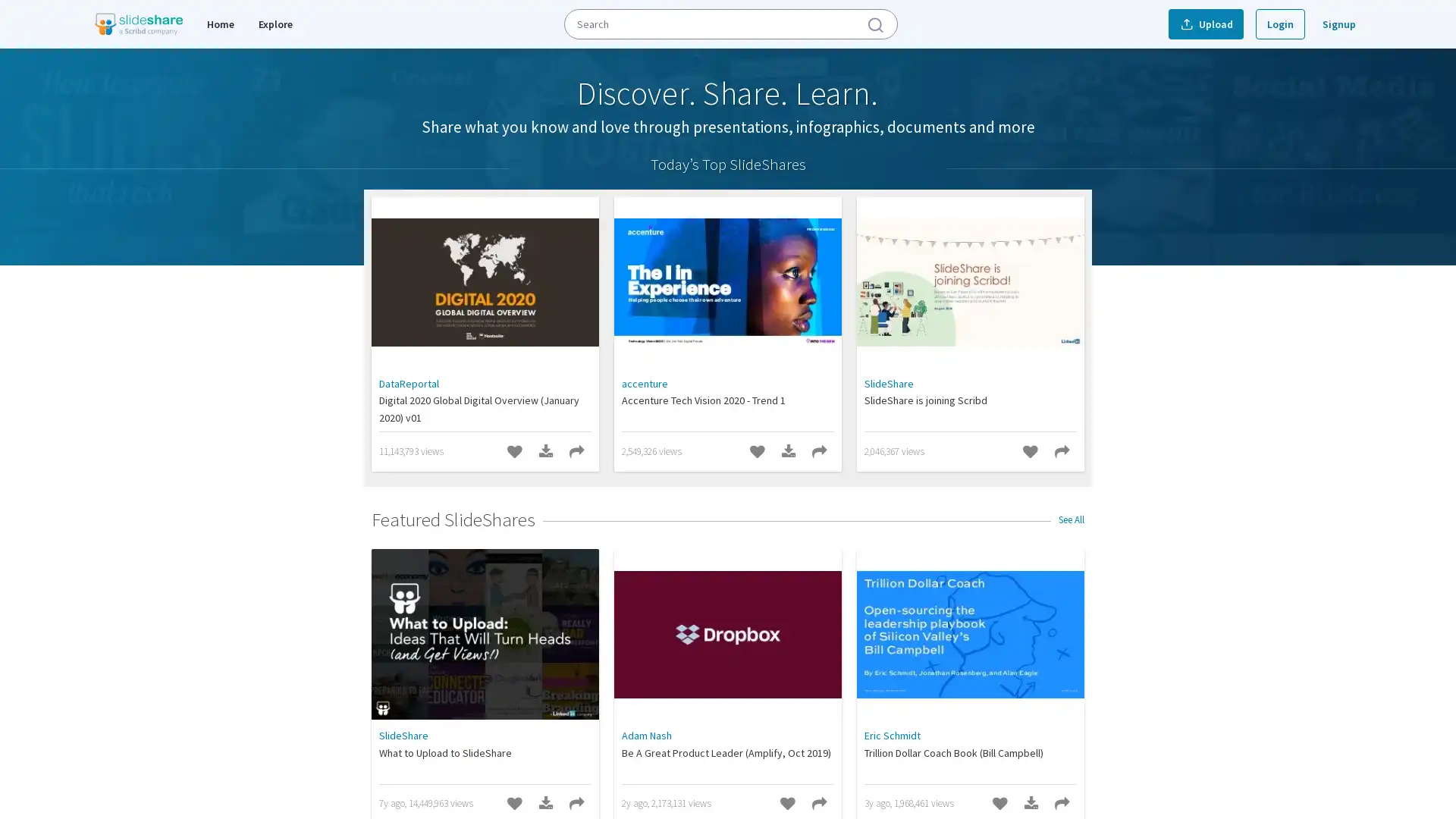 This screenshot has width=1456, height=819. I want to click on Like Be A Great Product Leader (Amplify, Oct 2019) SlideShare., so click(789, 802).